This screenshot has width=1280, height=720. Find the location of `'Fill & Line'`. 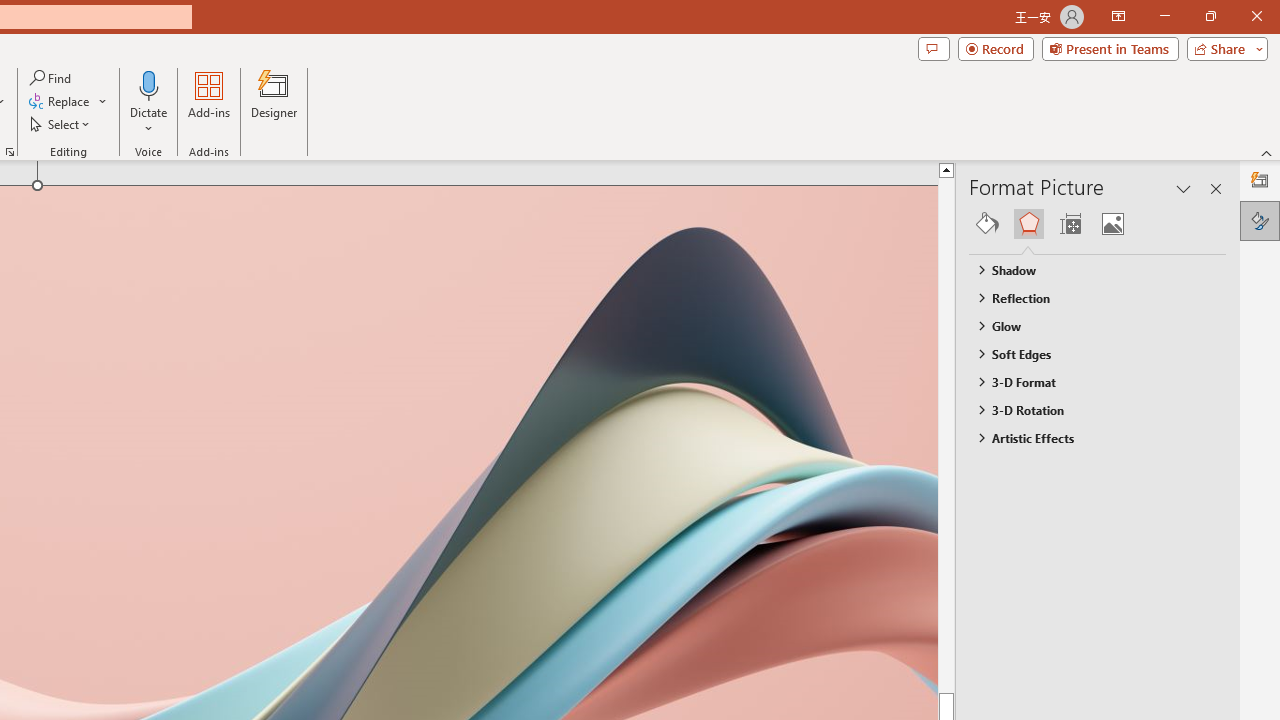

'Fill & Line' is located at coordinates (987, 223).